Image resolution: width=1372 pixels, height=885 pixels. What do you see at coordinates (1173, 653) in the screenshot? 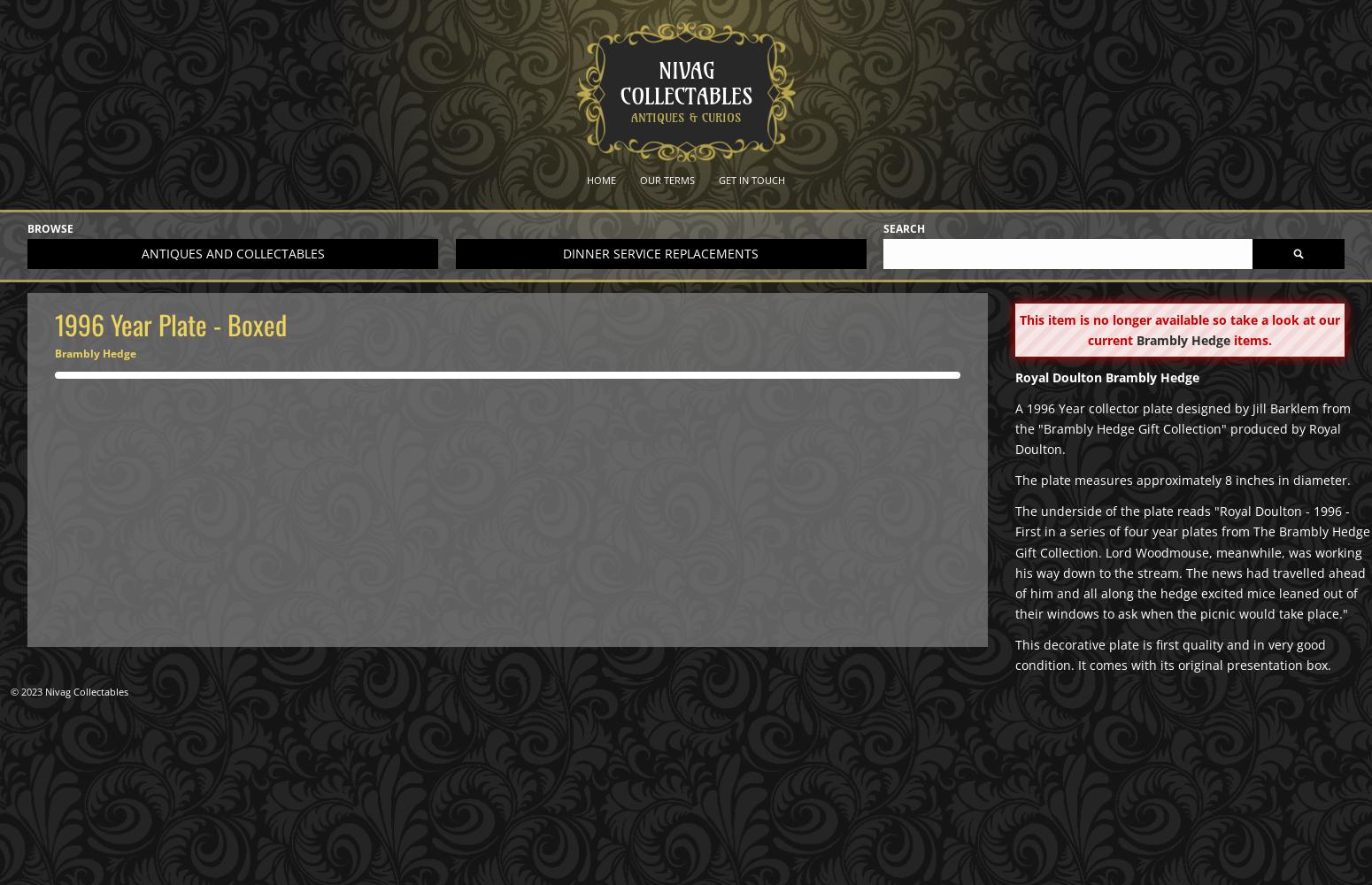
I see `'This decorative plate is first quality and in very good condition. It comes with its original presentation box.'` at bounding box center [1173, 653].